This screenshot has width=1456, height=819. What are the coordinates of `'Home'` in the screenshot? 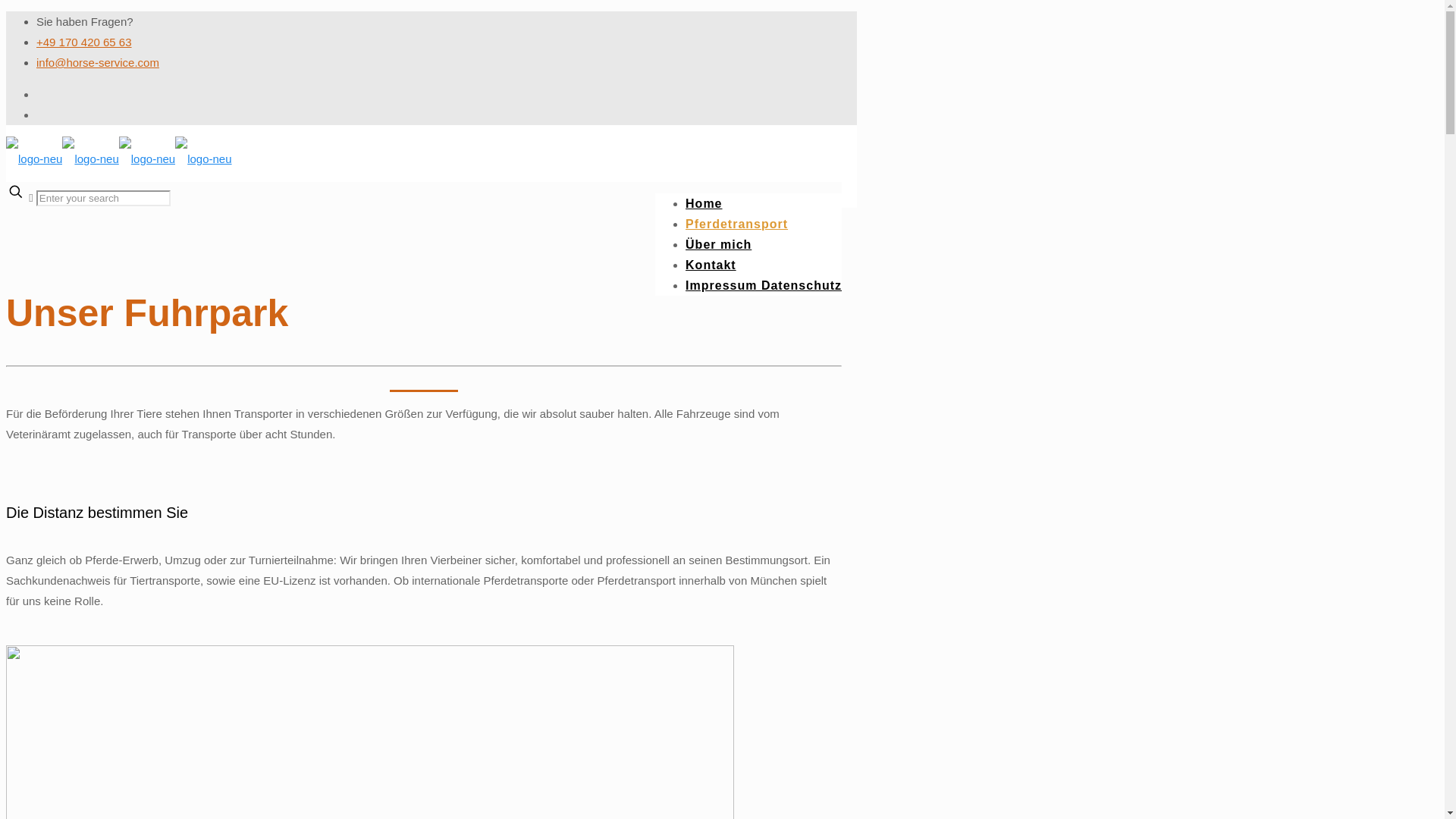 It's located at (702, 202).